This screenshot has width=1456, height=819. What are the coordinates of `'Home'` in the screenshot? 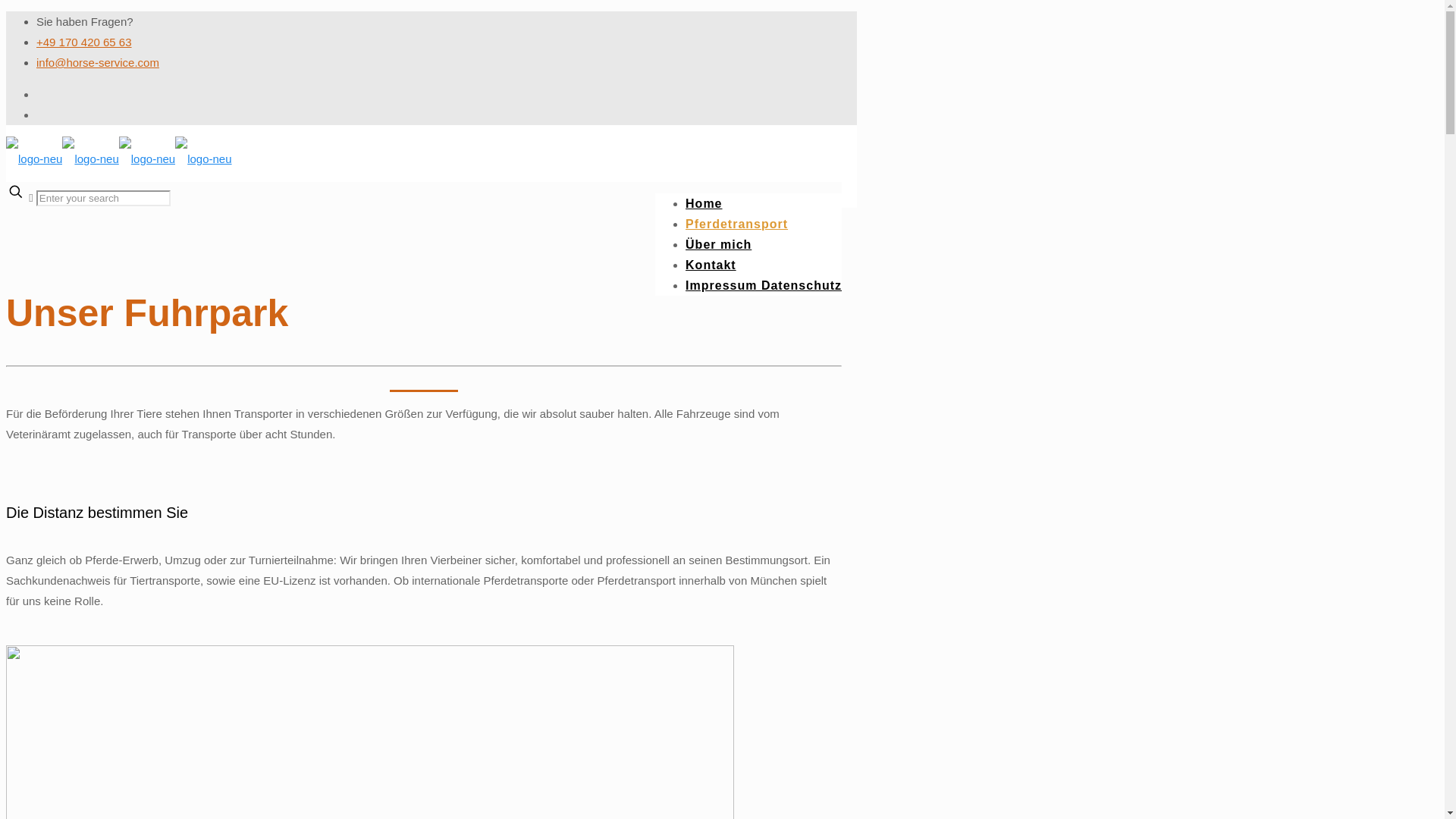 It's located at (702, 202).